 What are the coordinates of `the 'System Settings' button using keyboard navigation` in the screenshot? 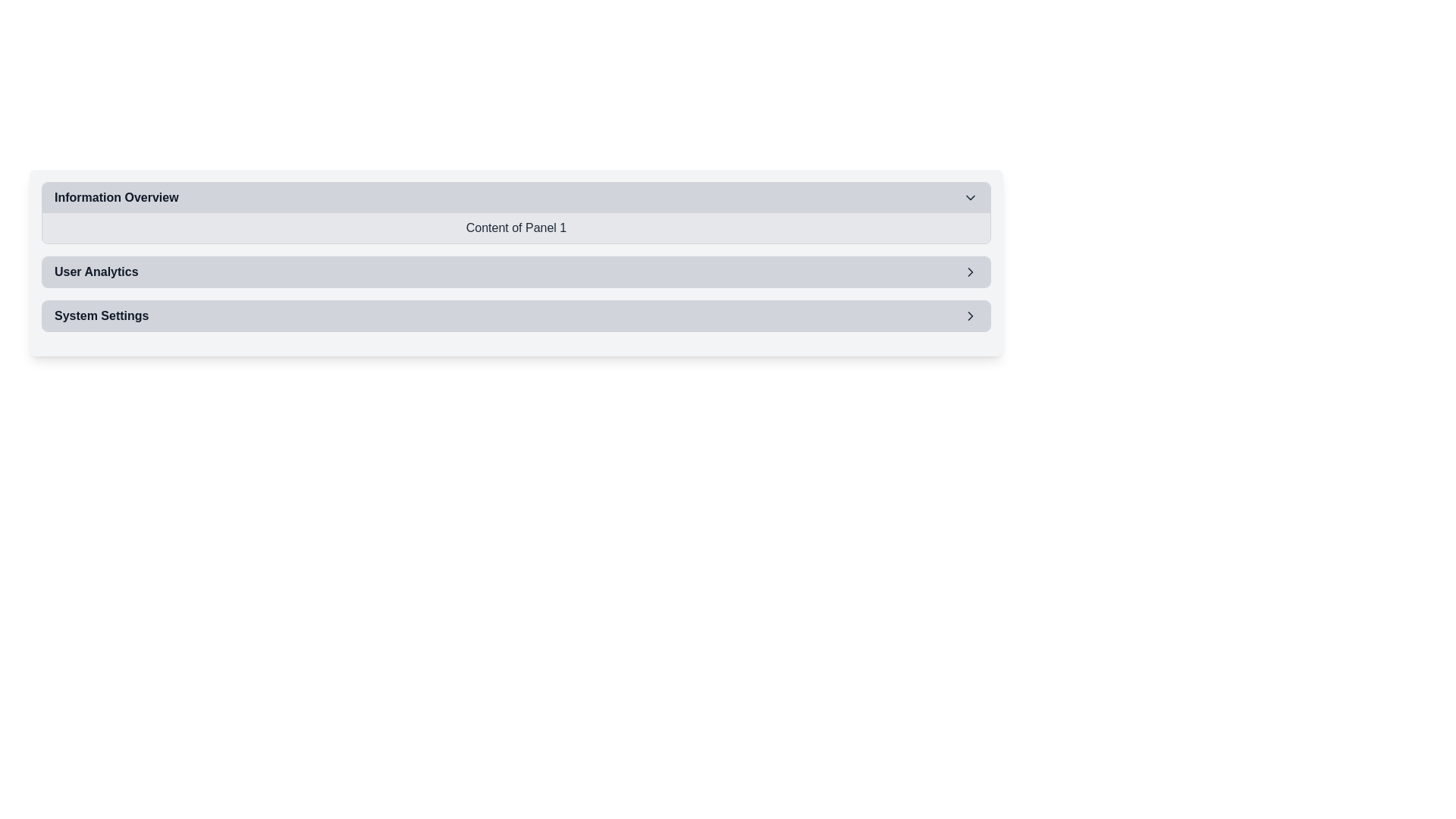 It's located at (516, 315).